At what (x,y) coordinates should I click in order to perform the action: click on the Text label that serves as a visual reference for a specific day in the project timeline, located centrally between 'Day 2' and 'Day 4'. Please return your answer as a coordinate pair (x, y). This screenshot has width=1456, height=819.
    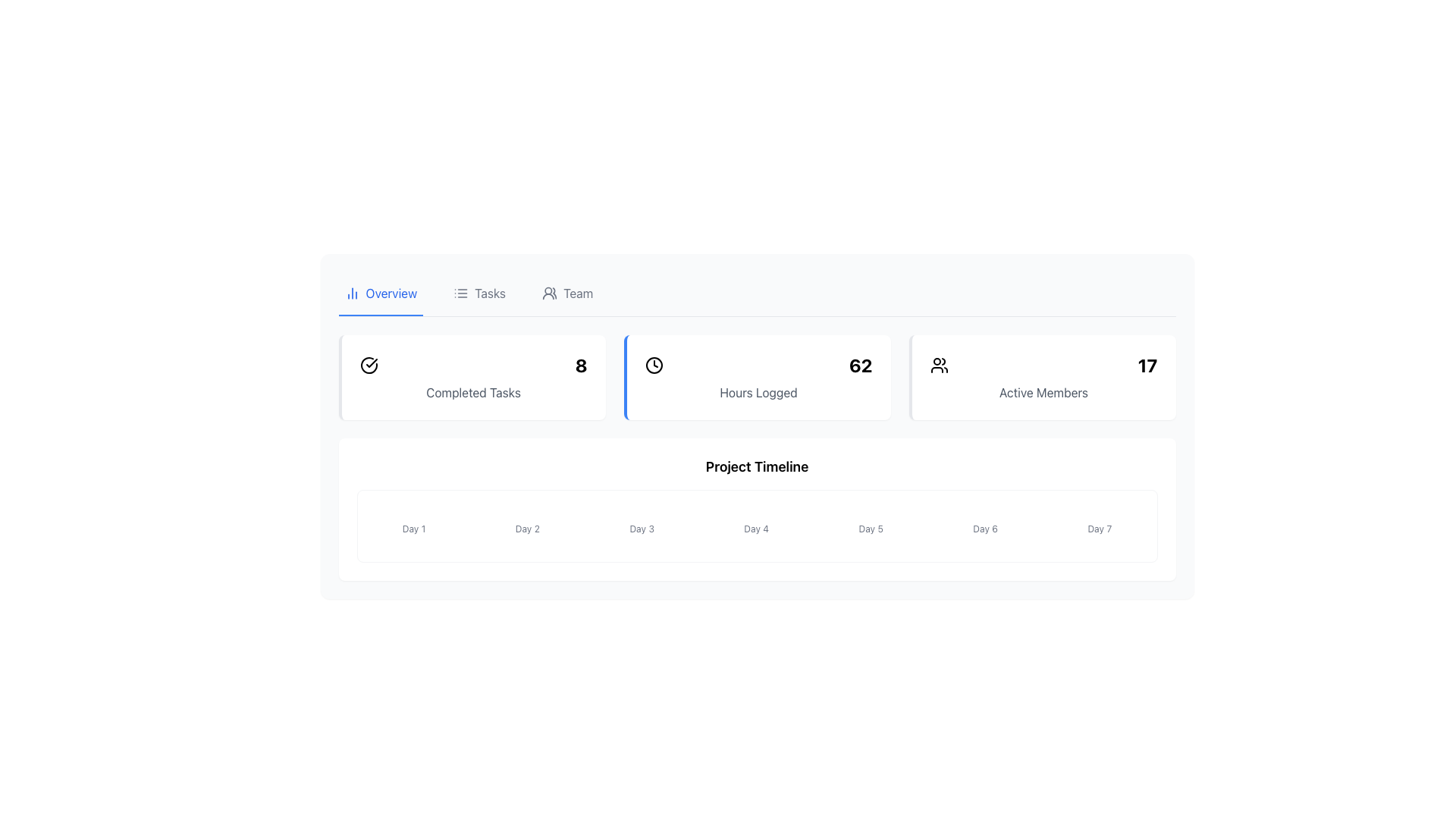
    Looking at the image, I should click on (642, 529).